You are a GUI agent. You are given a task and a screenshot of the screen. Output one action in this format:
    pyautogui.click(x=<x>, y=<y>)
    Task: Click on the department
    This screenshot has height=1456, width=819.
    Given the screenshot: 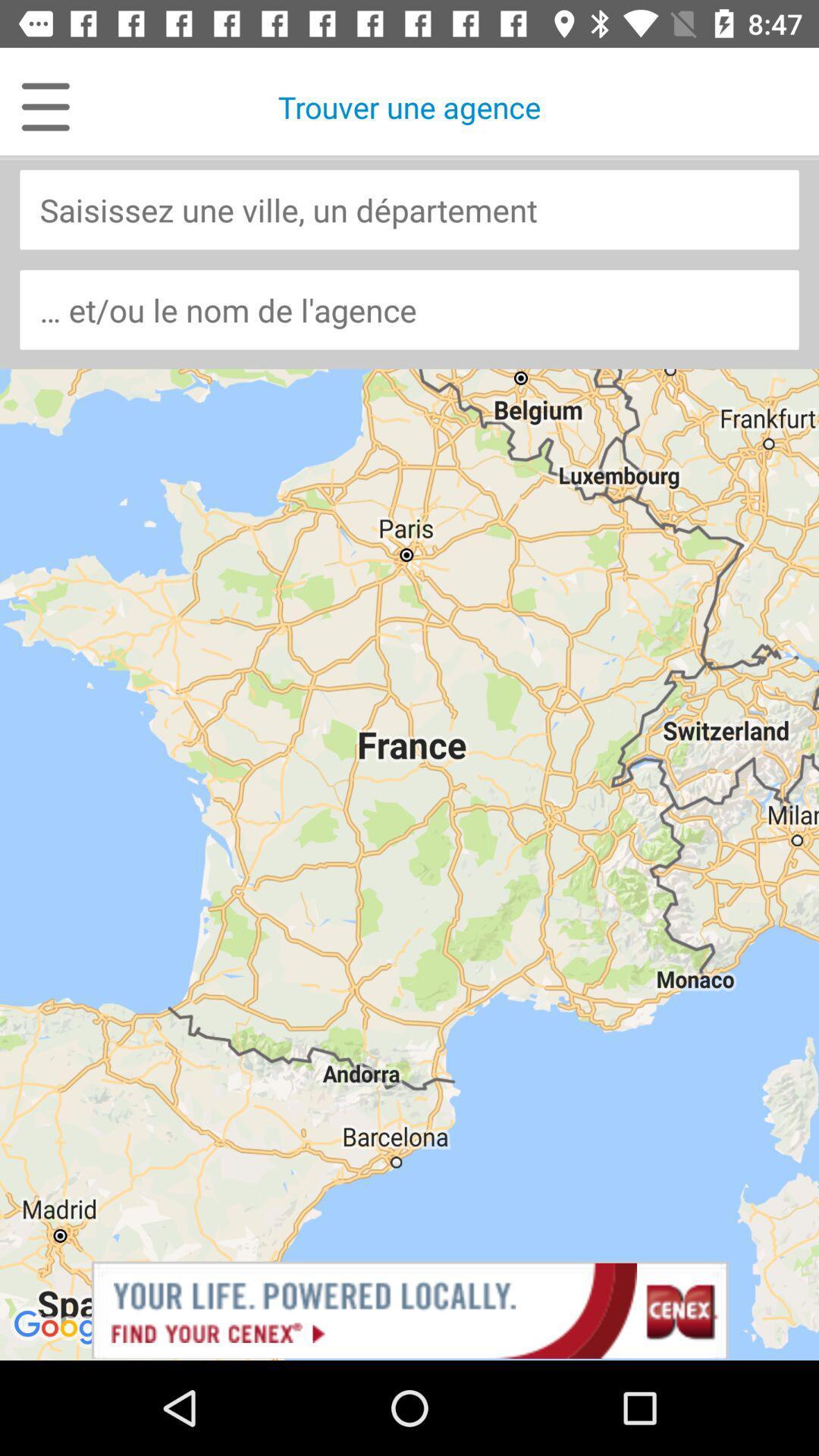 What is the action you would take?
    pyautogui.click(x=409, y=209)
    